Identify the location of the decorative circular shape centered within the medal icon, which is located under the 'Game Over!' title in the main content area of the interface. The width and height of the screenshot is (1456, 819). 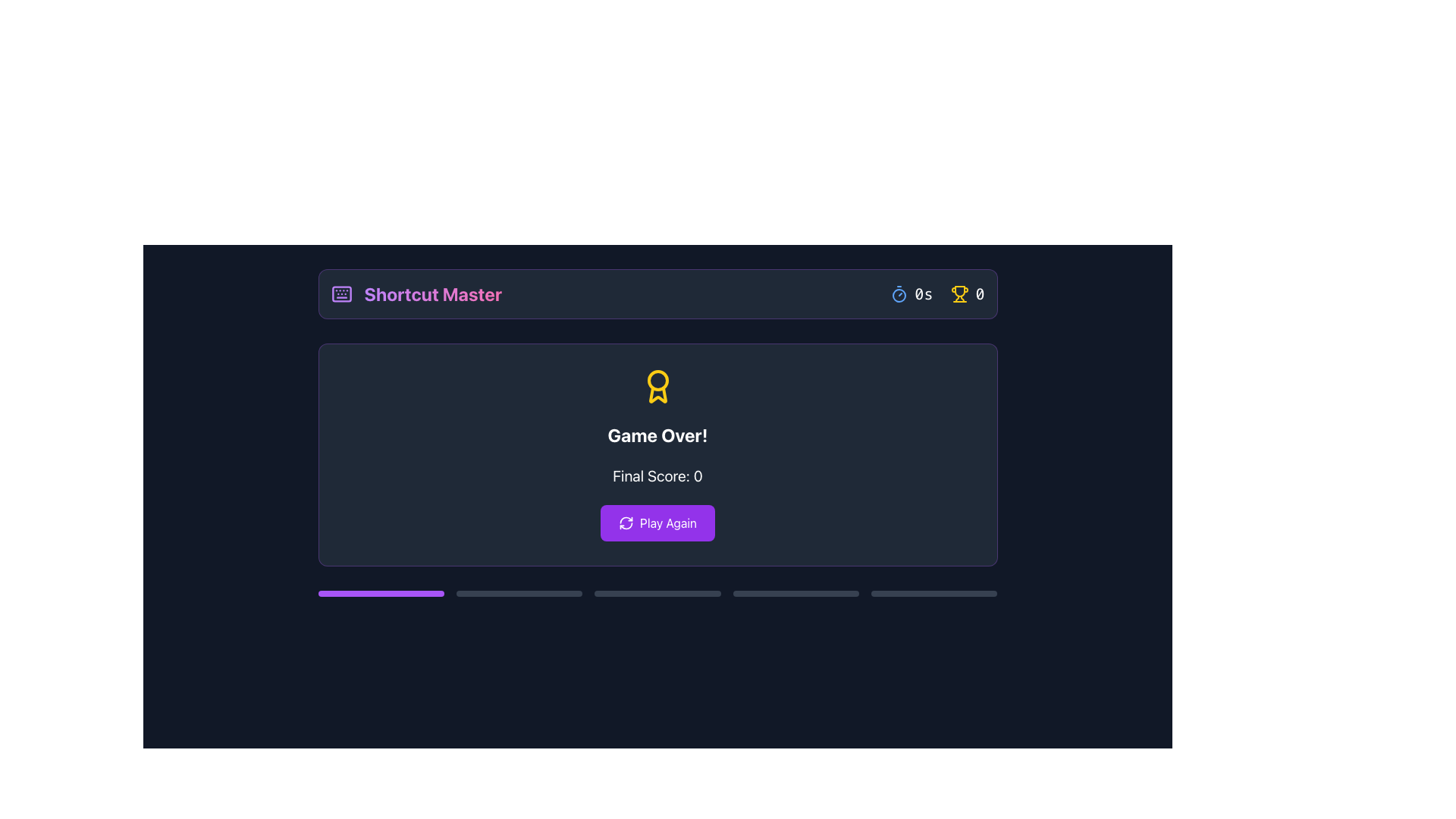
(657, 379).